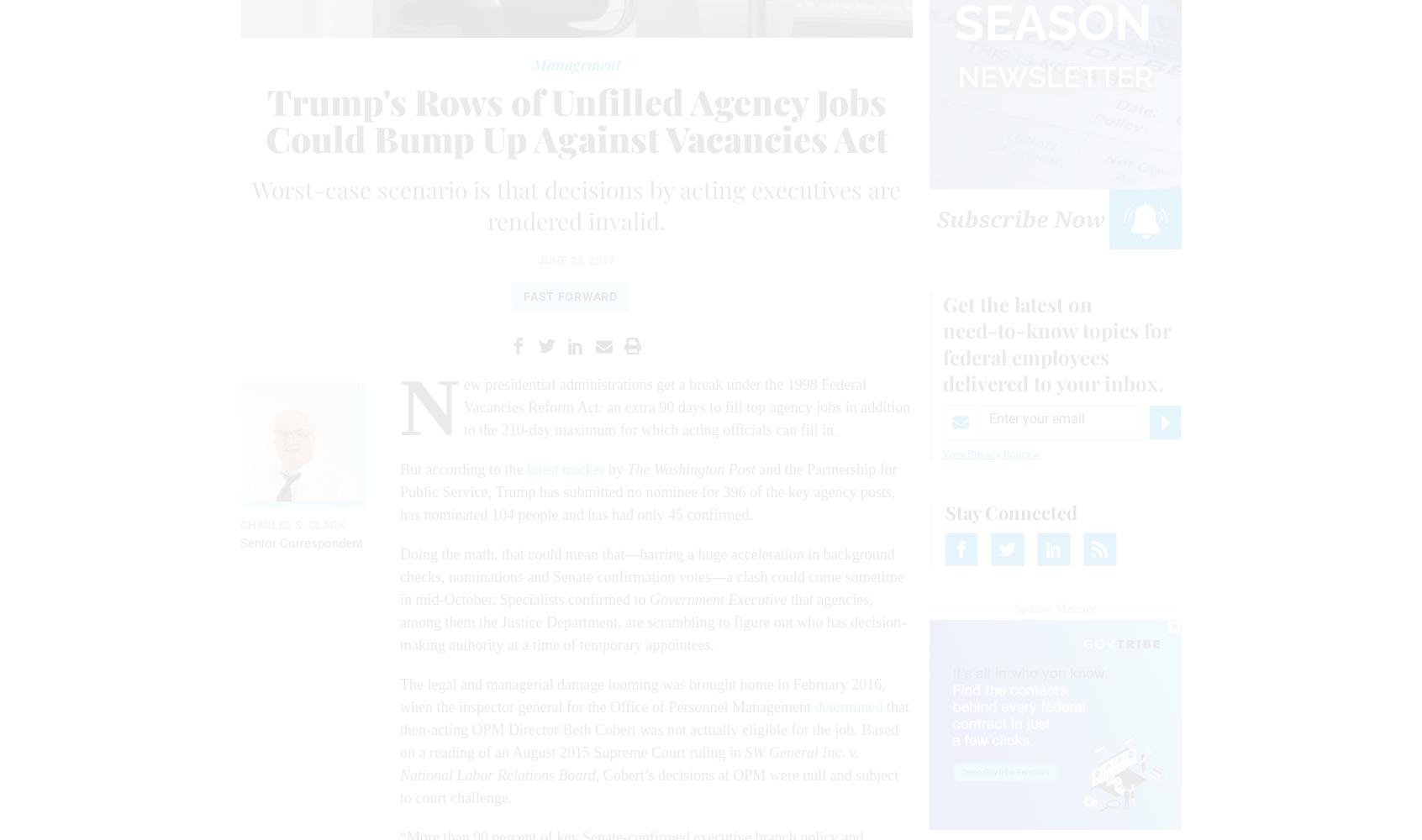  Describe the element at coordinates (463, 469) in the screenshot. I see `'But according to the'` at that location.